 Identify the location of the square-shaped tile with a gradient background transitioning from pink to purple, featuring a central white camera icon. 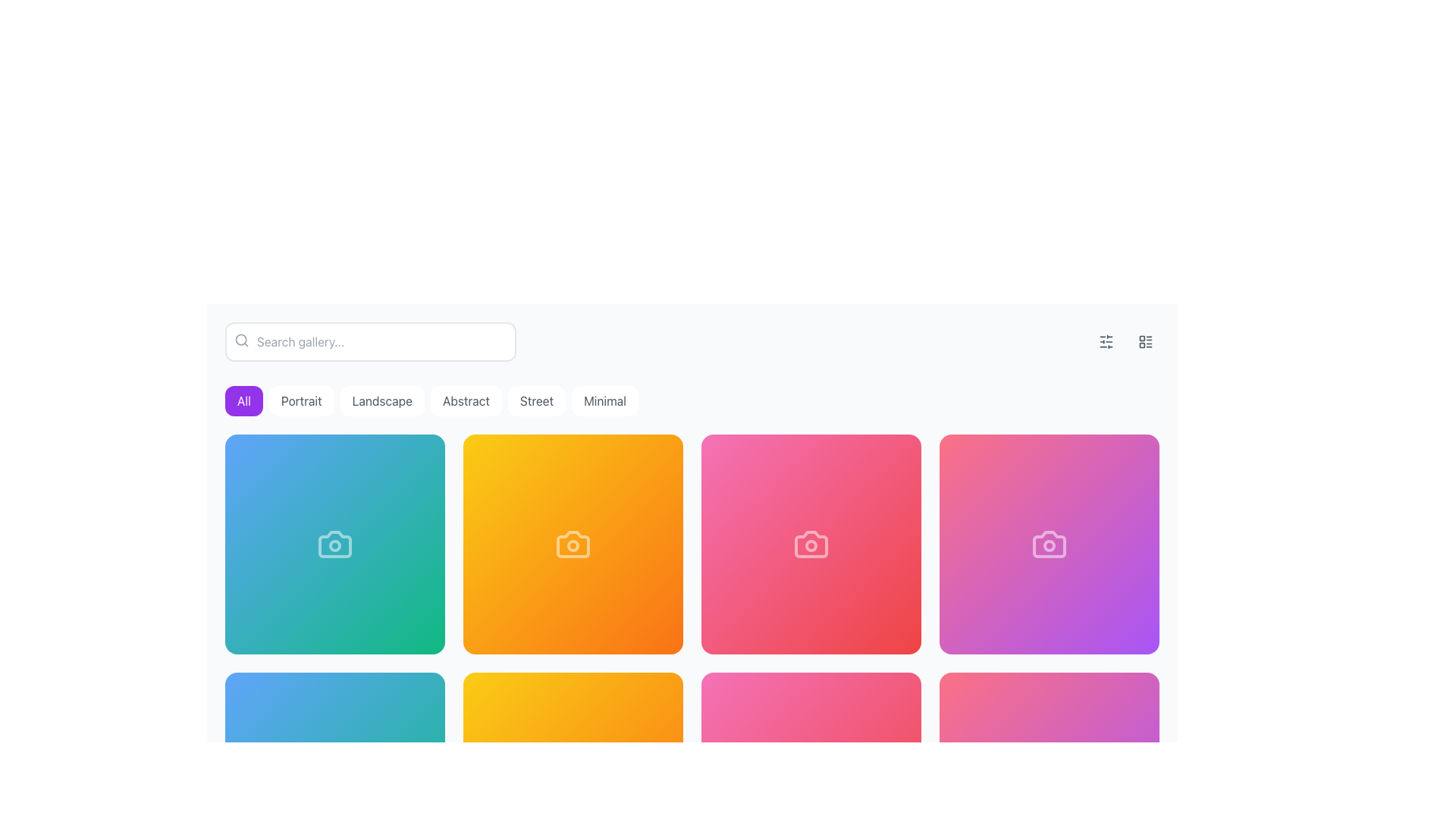
(1048, 543).